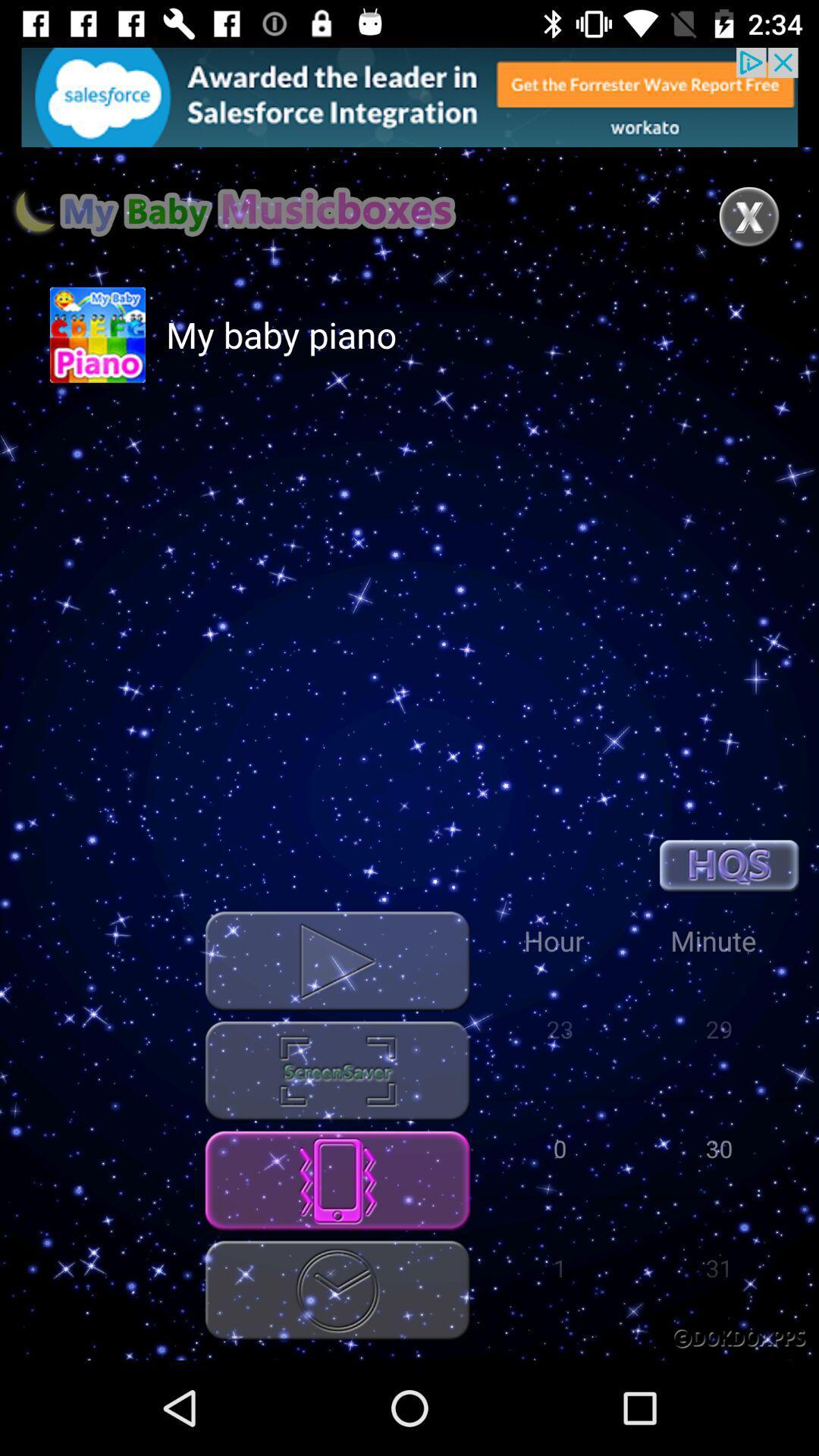 The height and width of the screenshot is (1456, 819). What do you see at coordinates (748, 216) in the screenshot?
I see `closes selection` at bounding box center [748, 216].